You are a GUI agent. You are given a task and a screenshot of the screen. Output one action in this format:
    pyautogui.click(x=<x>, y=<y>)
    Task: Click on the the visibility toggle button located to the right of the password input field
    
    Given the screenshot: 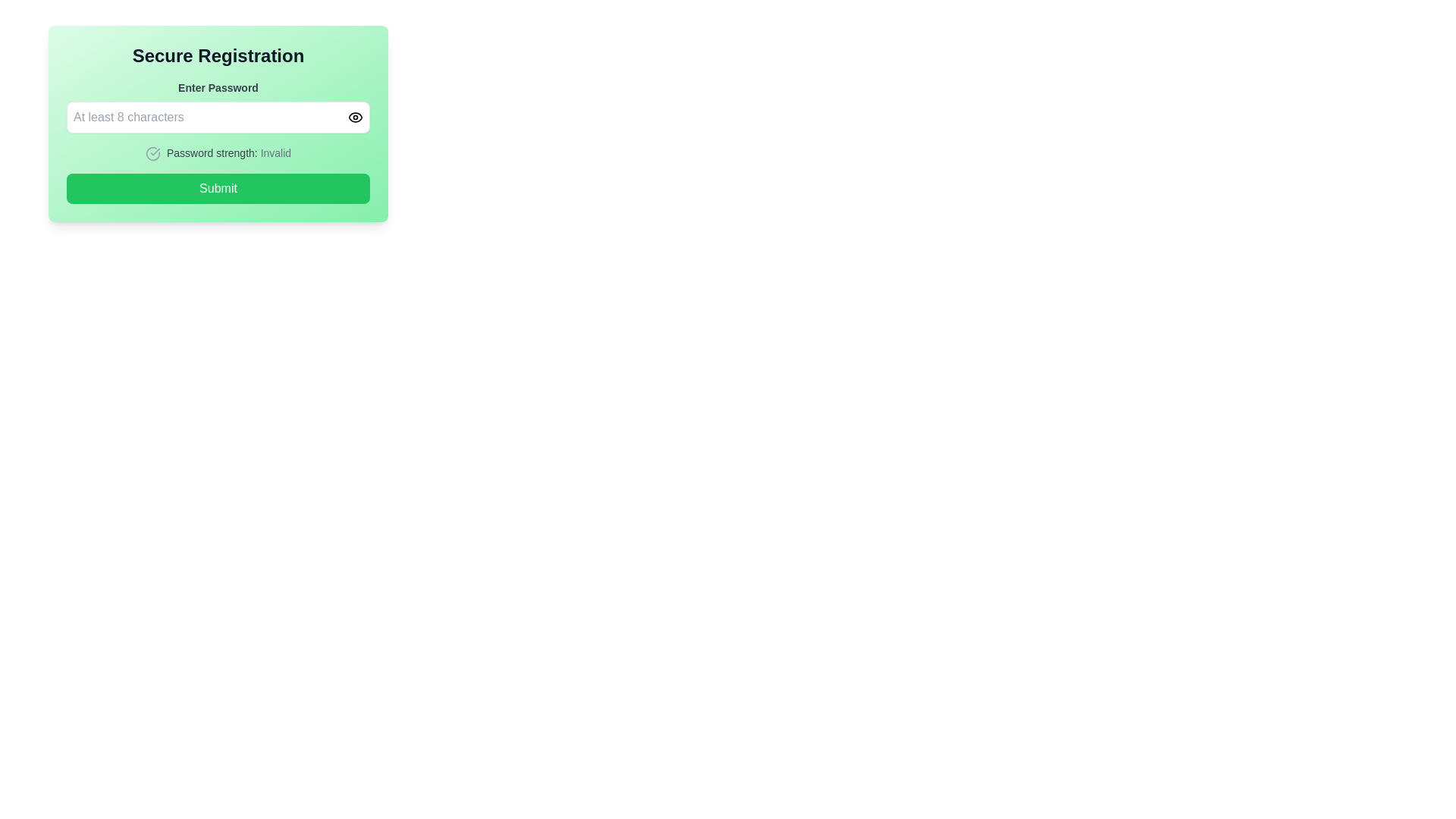 What is the action you would take?
    pyautogui.click(x=355, y=116)
    